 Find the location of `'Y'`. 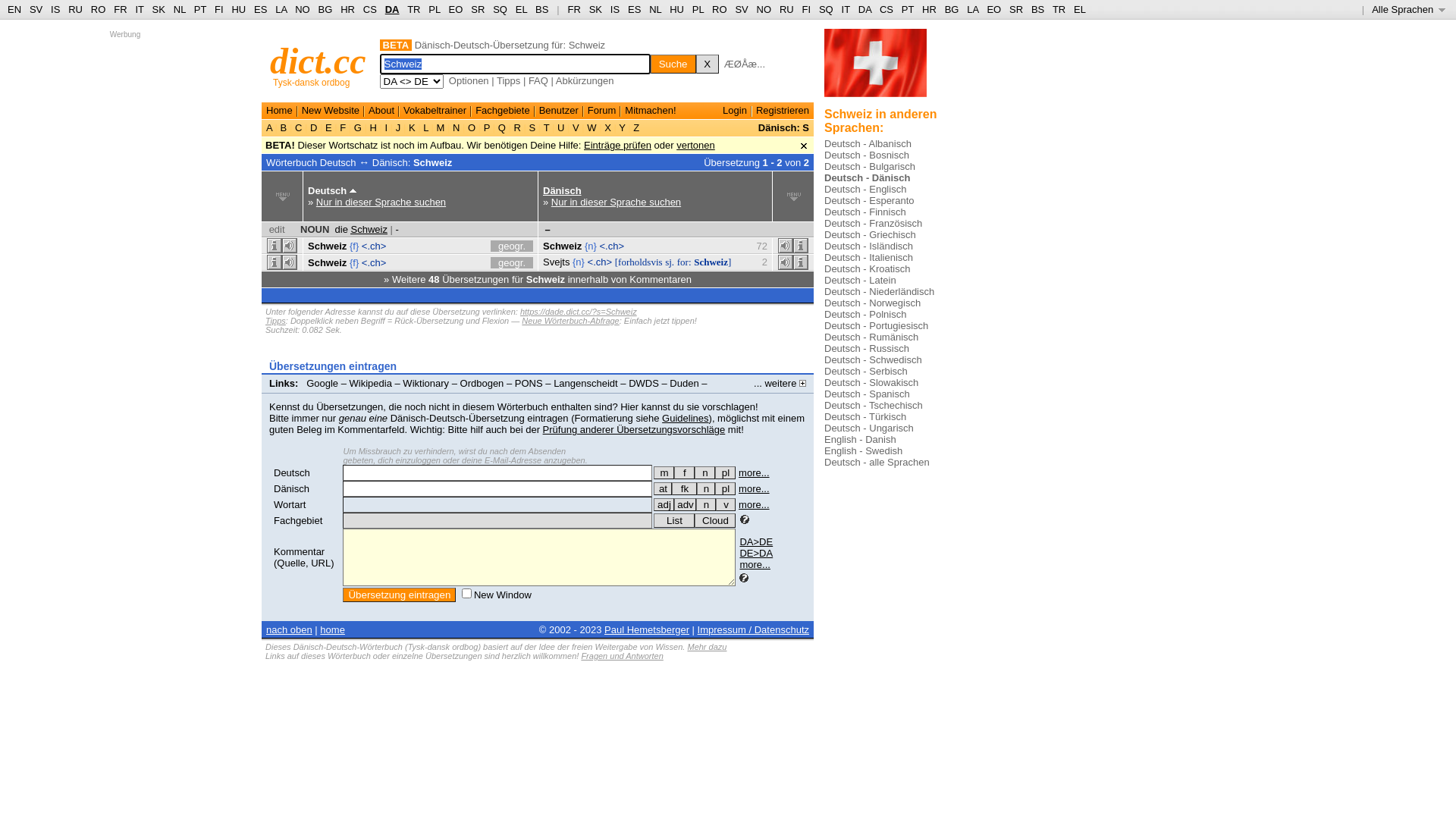

'Y' is located at coordinates (622, 127).